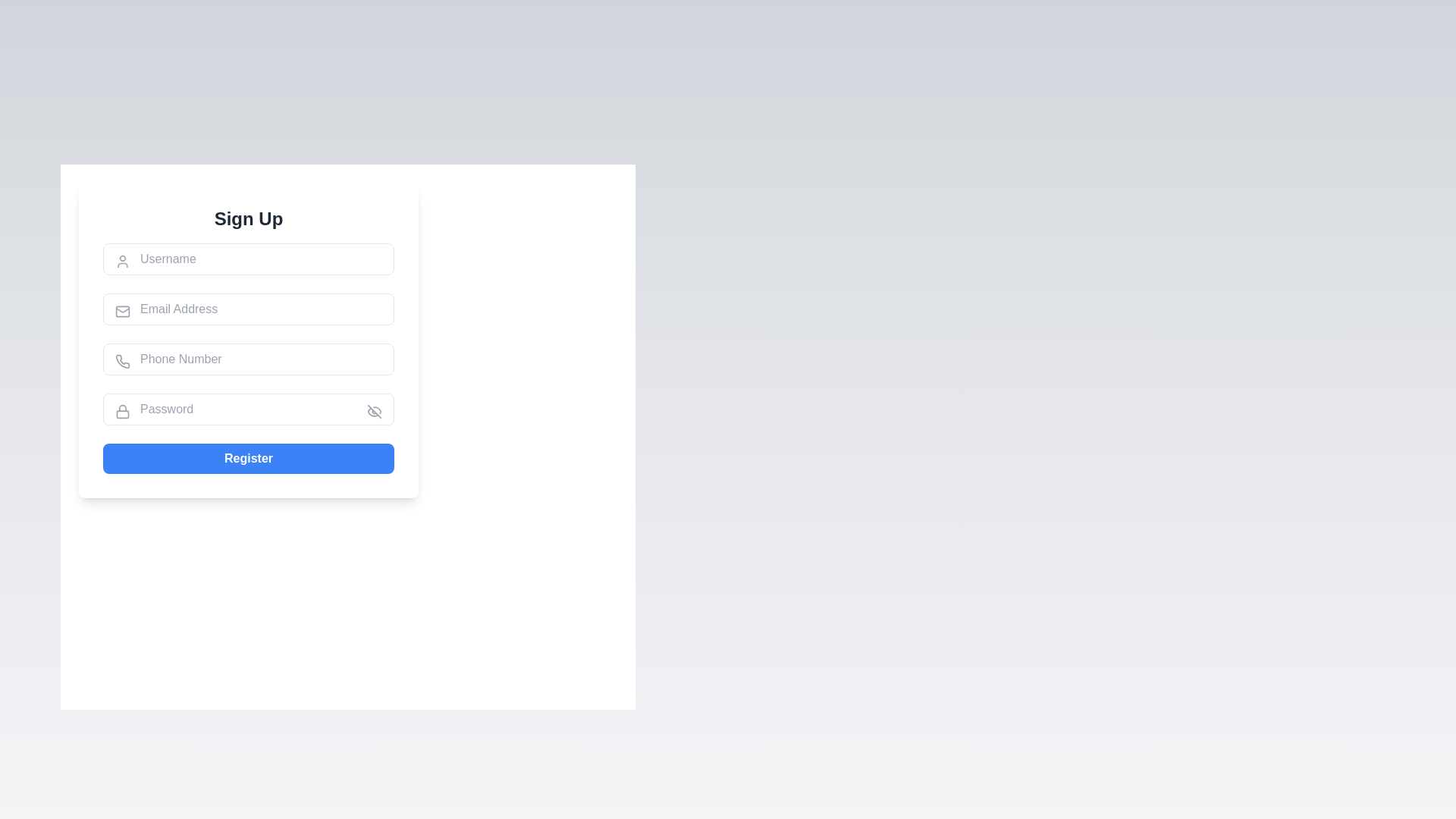  Describe the element at coordinates (123, 311) in the screenshot. I see `main rectangular body of the envelope icon located to the left of the 'Email Address' input field by clicking on it` at that location.